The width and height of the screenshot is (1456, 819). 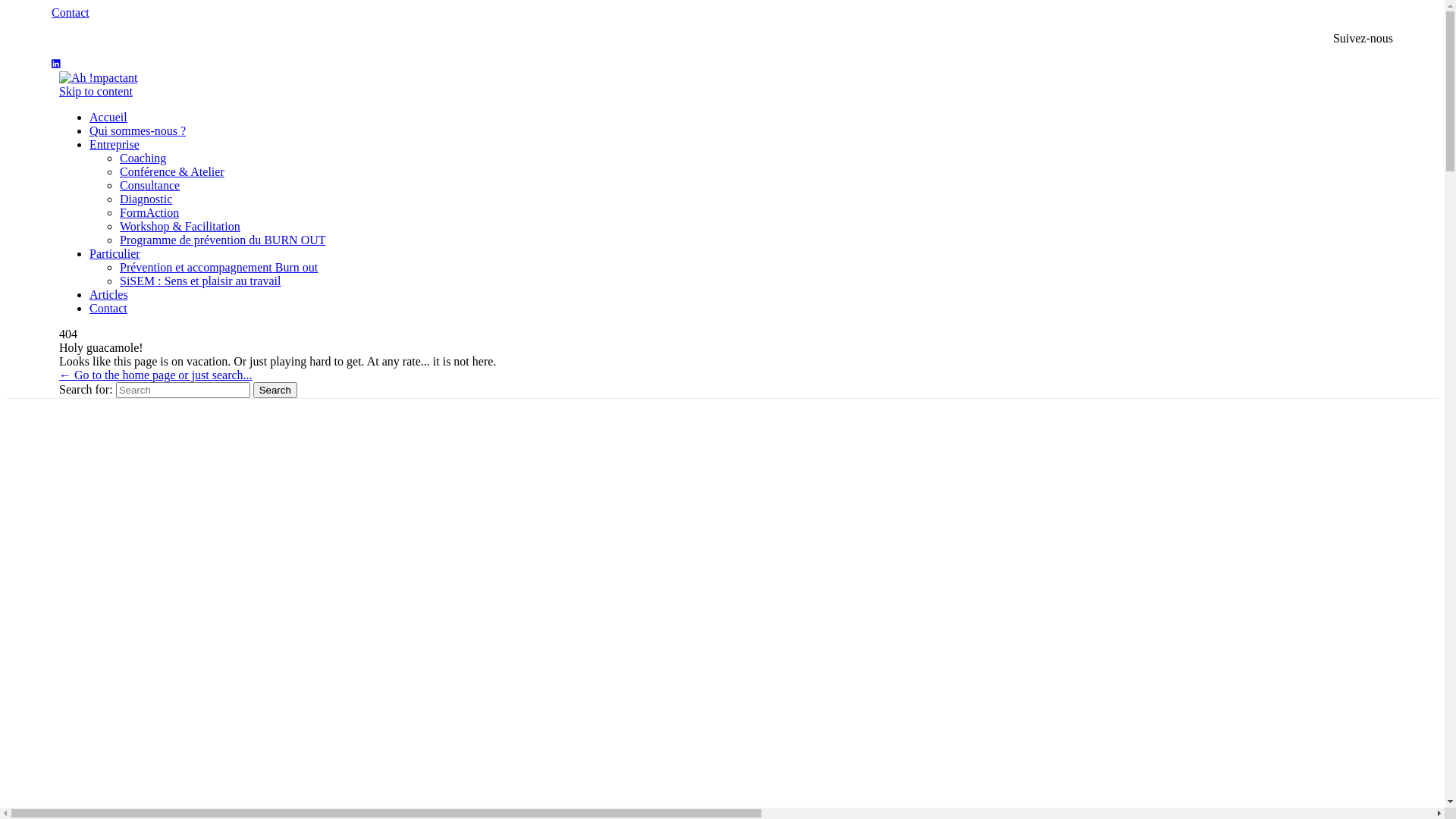 What do you see at coordinates (69, 12) in the screenshot?
I see `'Contact'` at bounding box center [69, 12].